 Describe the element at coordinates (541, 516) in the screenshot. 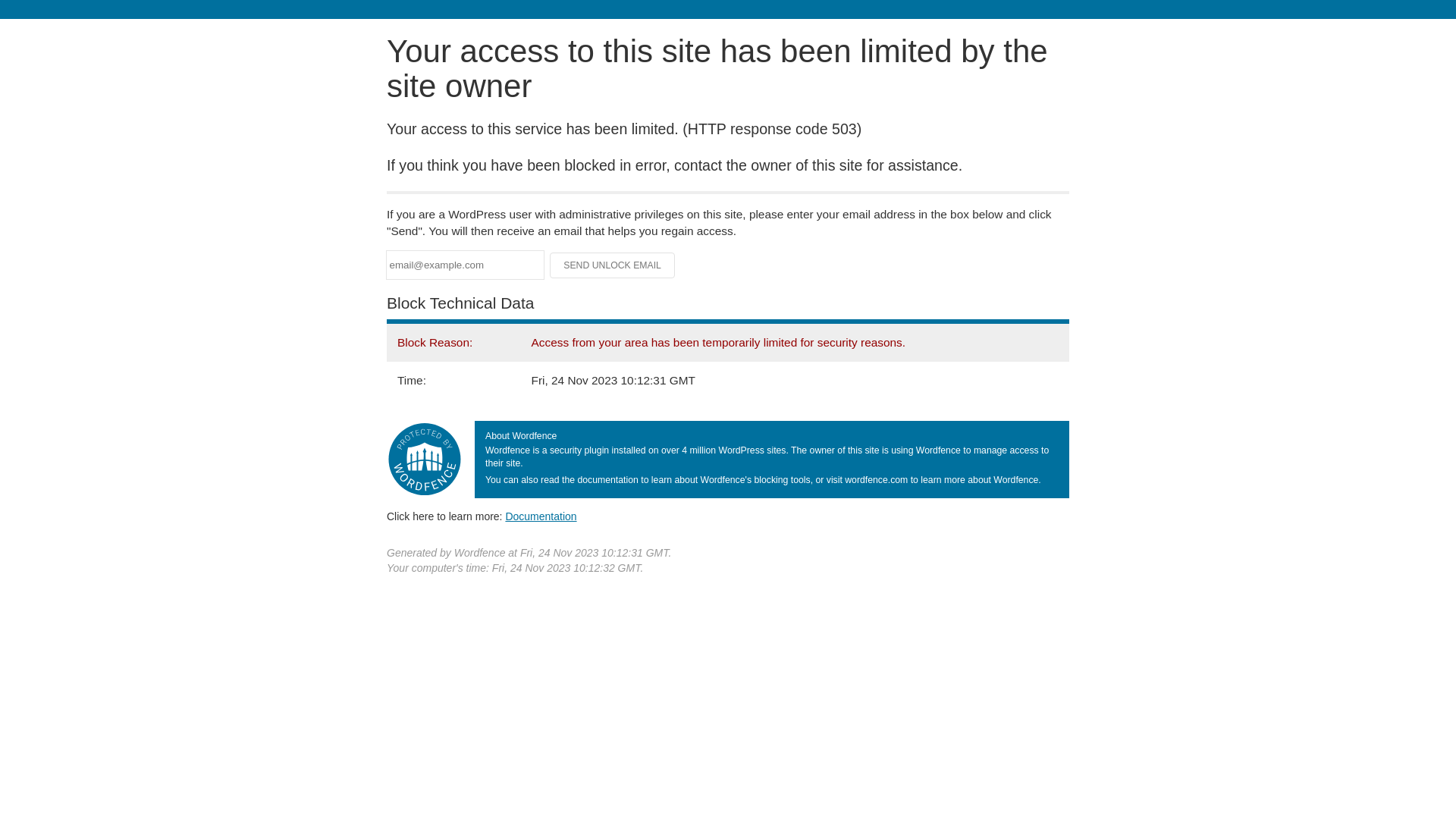

I see `'Documentation'` at that location.